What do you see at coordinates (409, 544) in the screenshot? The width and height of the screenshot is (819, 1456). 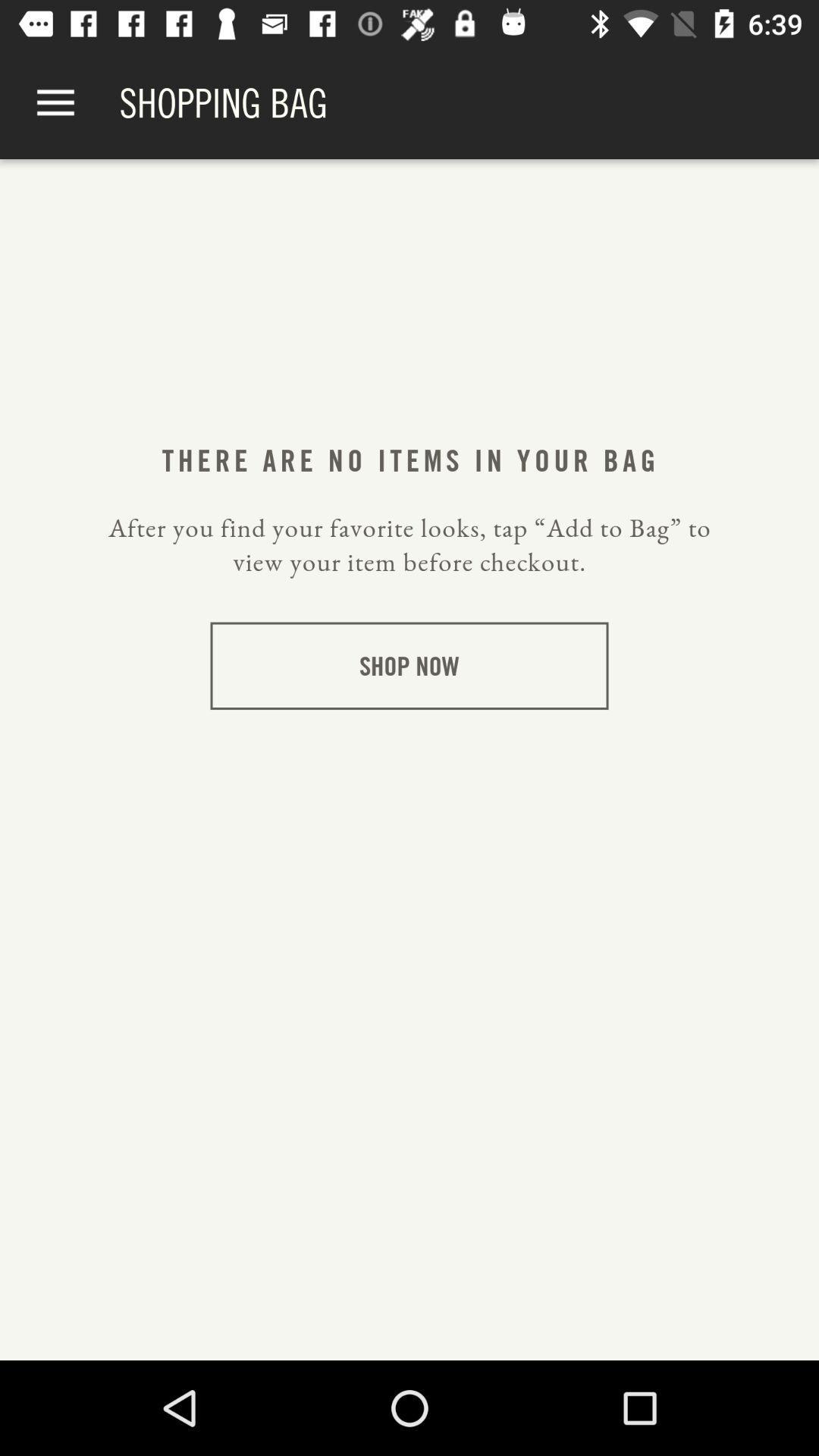 I see `item below the there are no` at bounding box center [409, 544].